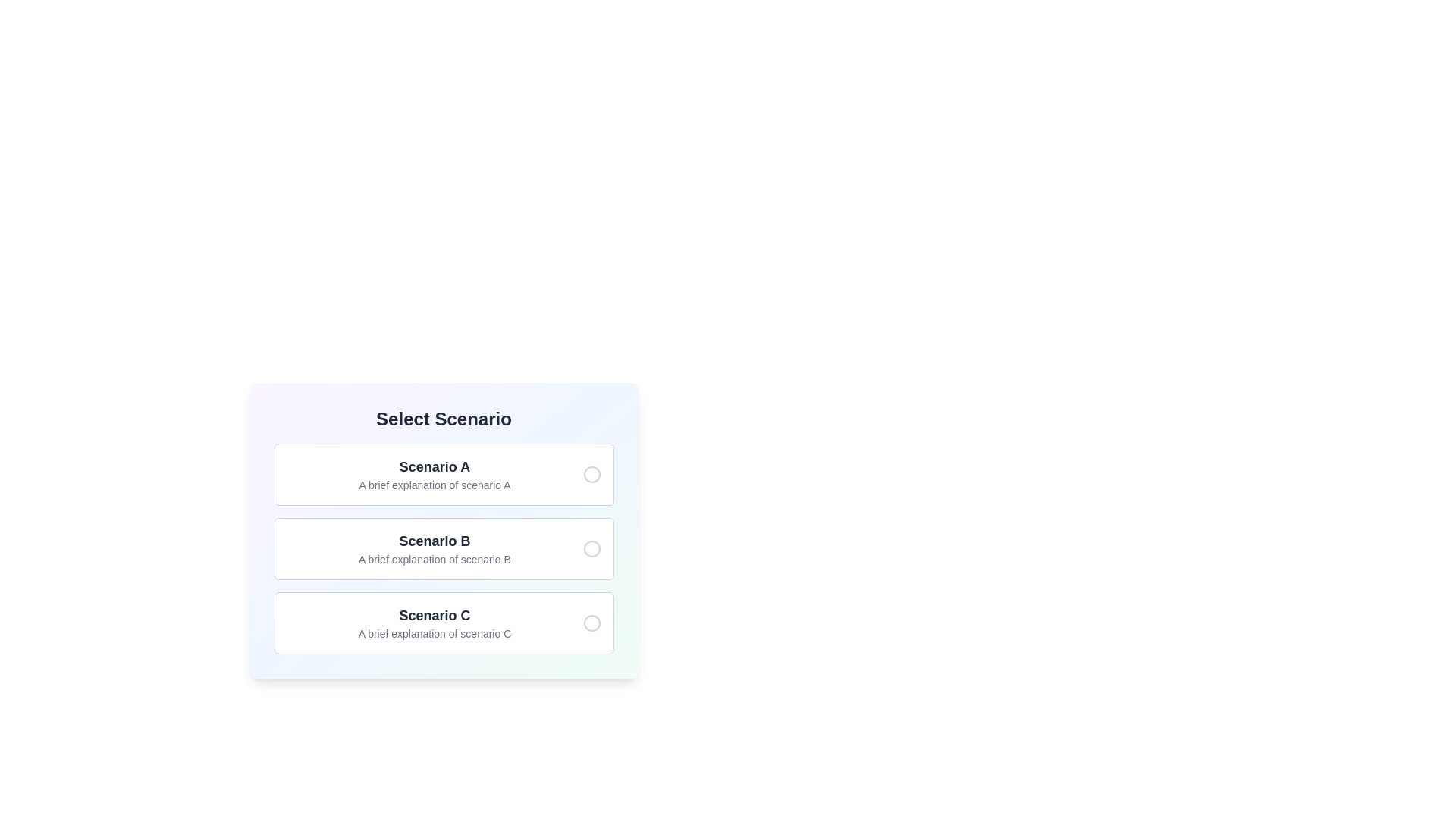  What do you see at coordinates (591, 473) in the screenshot?
I see `the unselected radio button for 'Scenario A'` at bounding box center [591, 473].